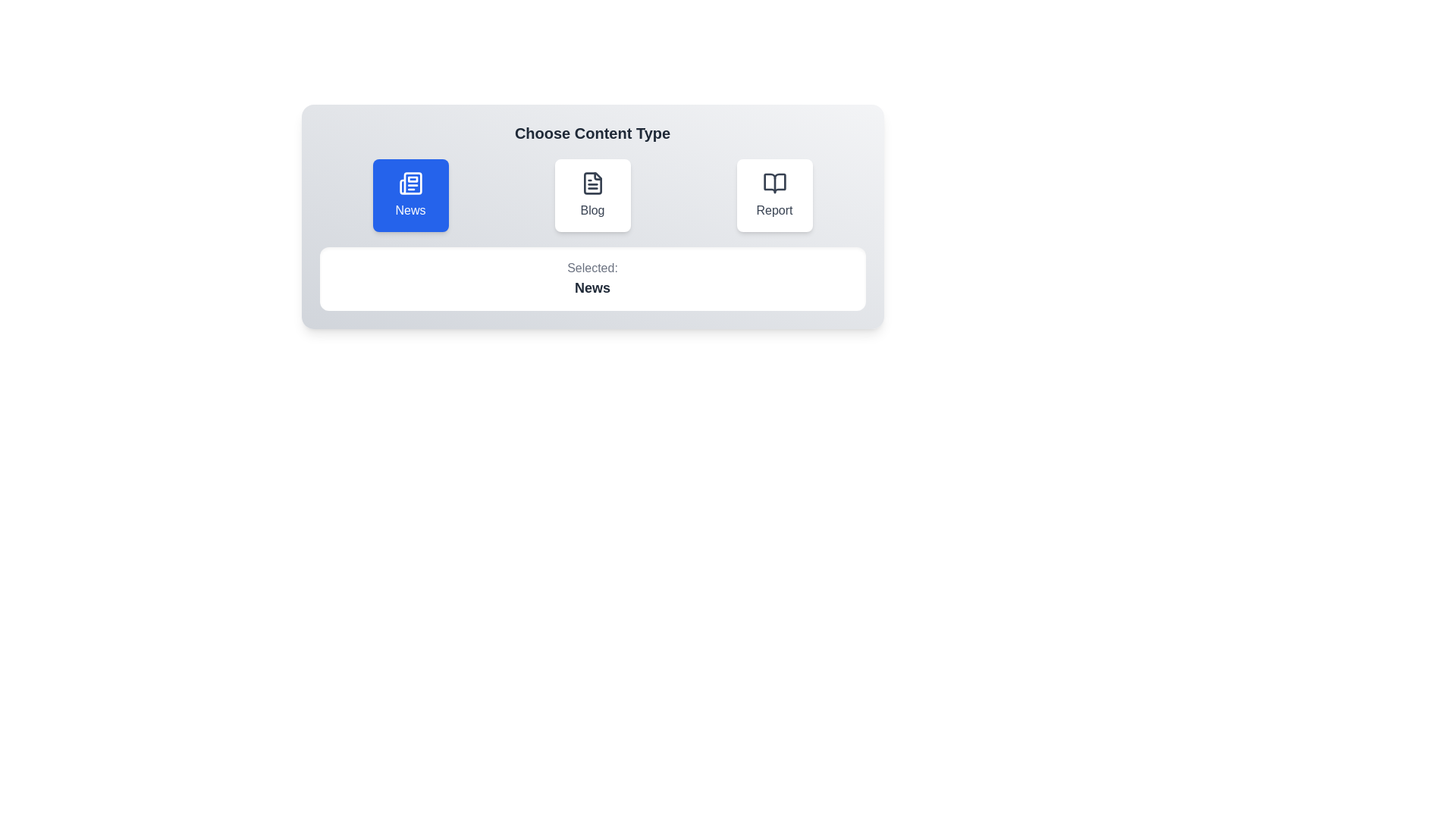  What do you see at coordinates (410, 195) in the screenshot?
I see `the News button to observe its hover effect` at bounding box center [410, 195].